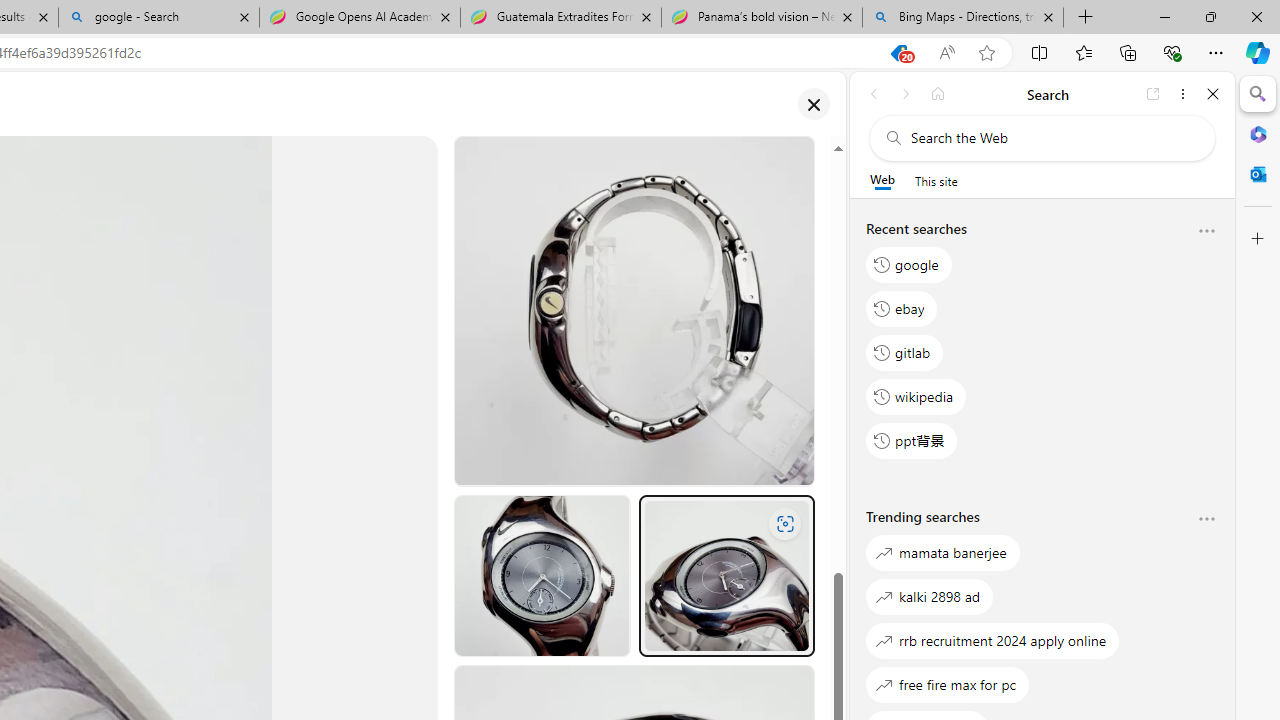 The image size is (1280, 720). I want to click on 'mamata banerjee', so click(942, 552).